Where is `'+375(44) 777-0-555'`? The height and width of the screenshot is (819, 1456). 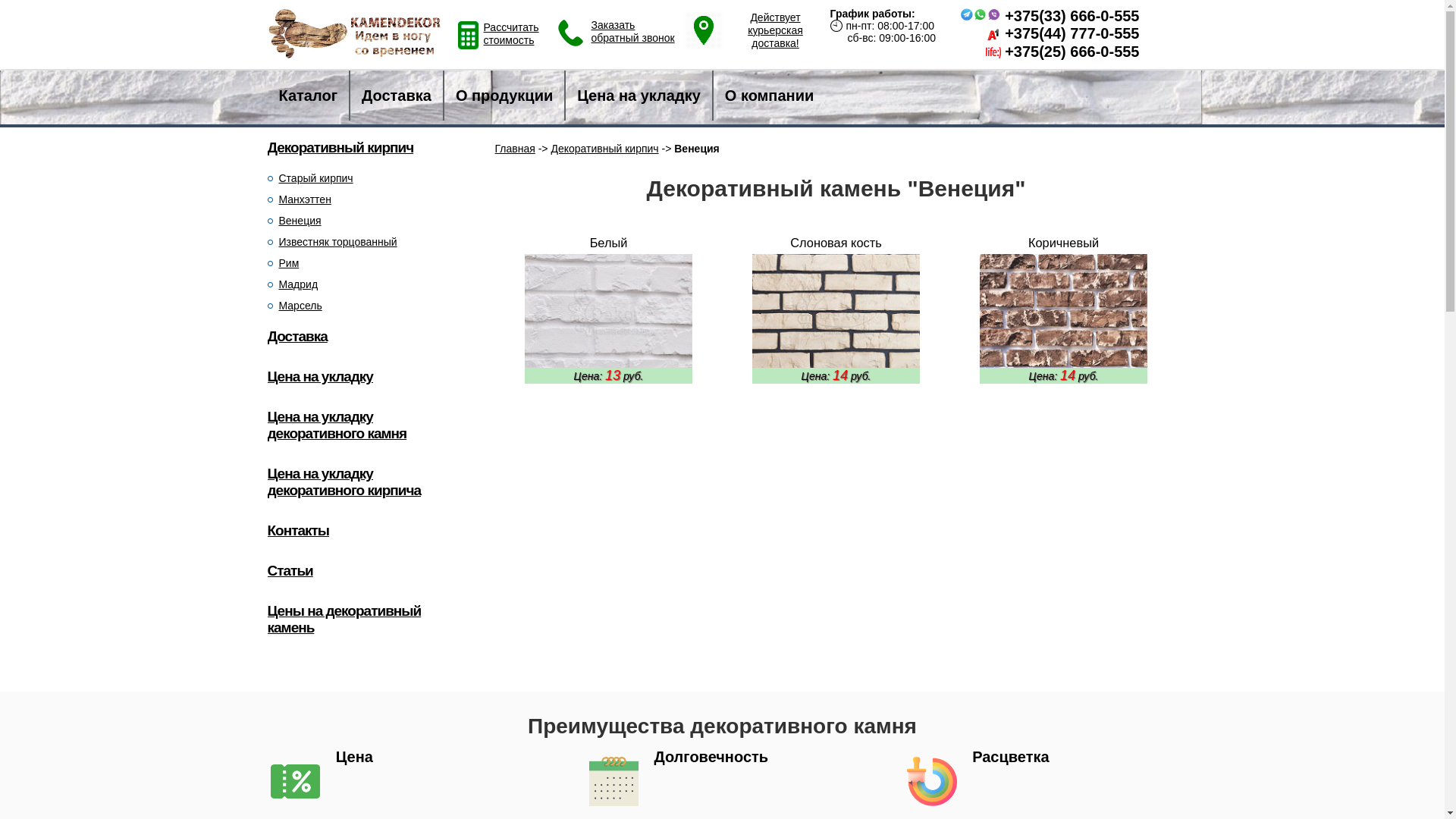
'+375(44) 777-0-555' is located at coordinates (1071, 33).